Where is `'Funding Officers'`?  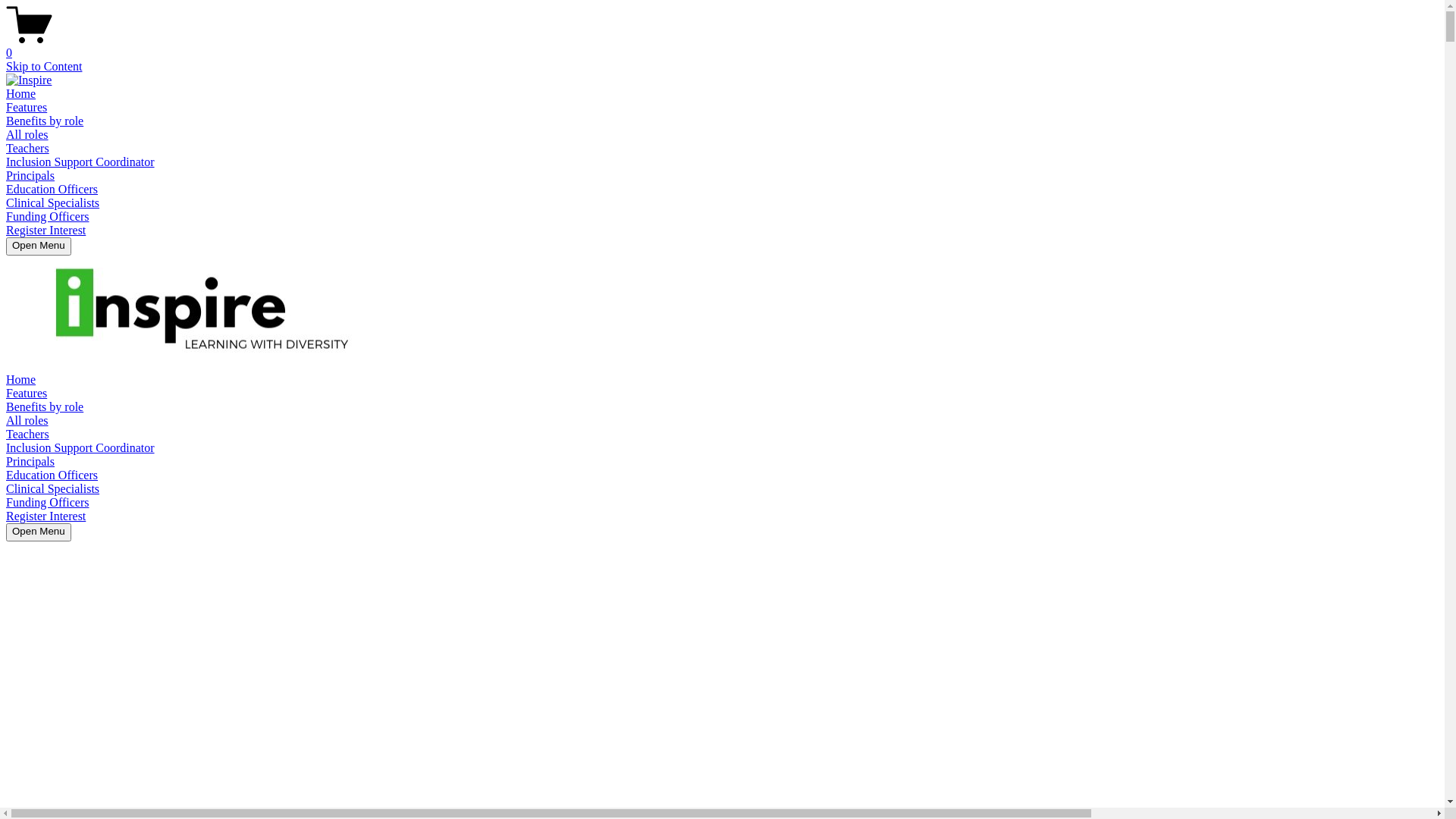
'Funding Officers' is located at coordinates (47, 216).